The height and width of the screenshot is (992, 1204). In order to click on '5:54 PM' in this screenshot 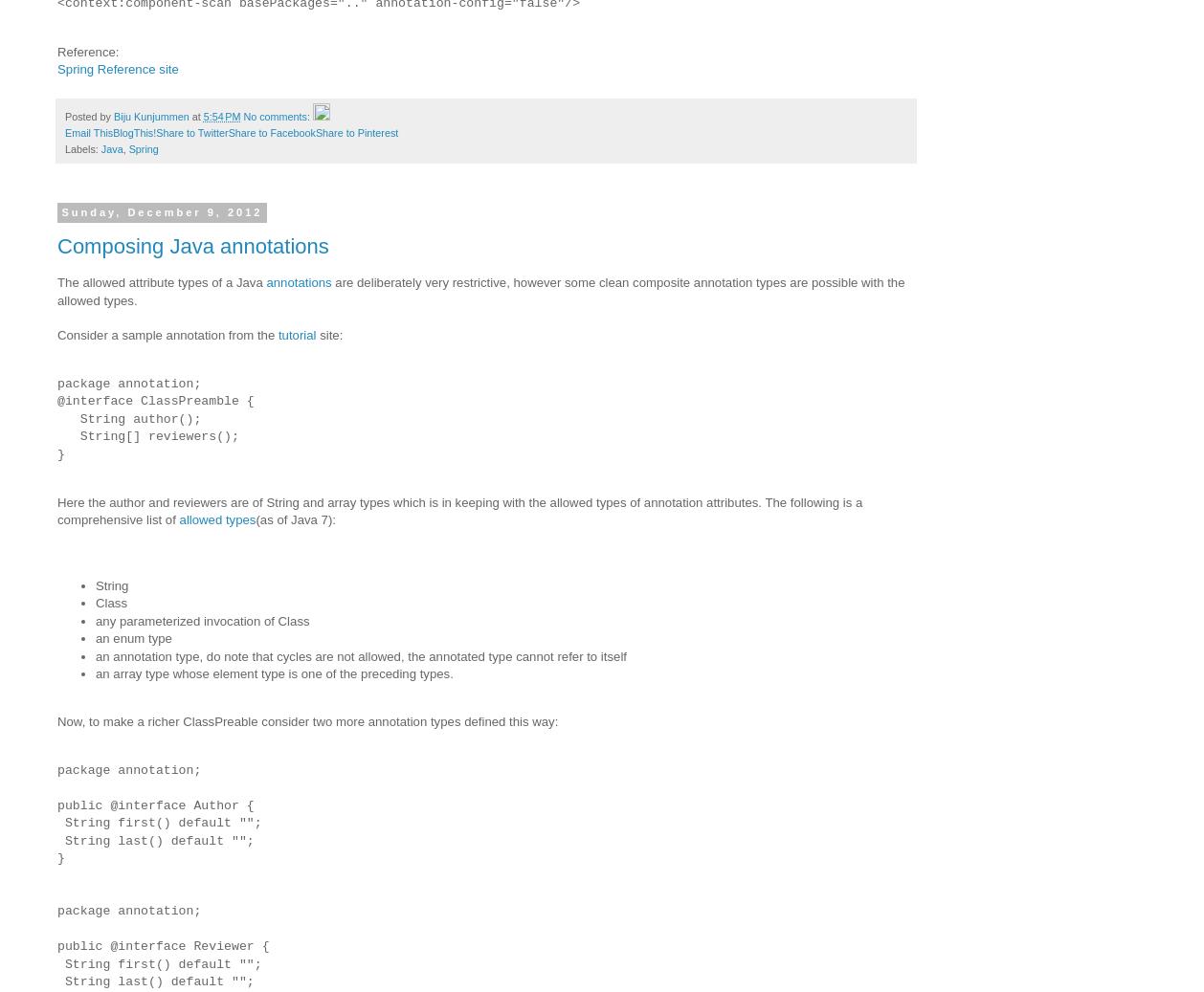, I will do `click(221, 115)`.